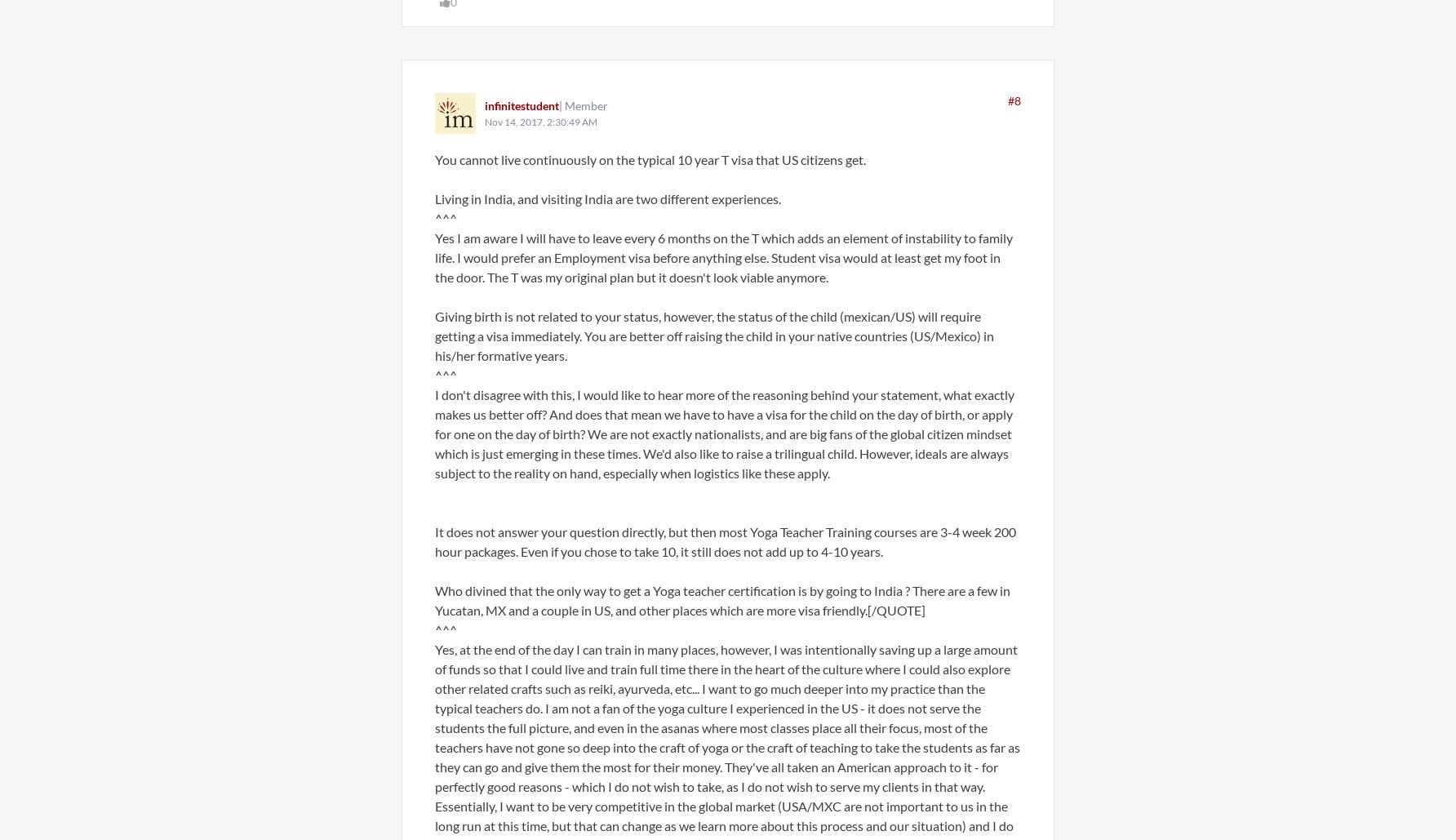 This screenshot has width=1456, height=840. What do you see at coordinates (723, 257) in the screenshot?
I see `'Yes I am aware I will have to leave every 6 months on the T which adds an element of instability to family life. I would prefer an Employment visa before anything else. Student visa would at least get my foot in the door. The T was my original plan but it doesn't look viable anymore.'` at bounding box center [723, 257].